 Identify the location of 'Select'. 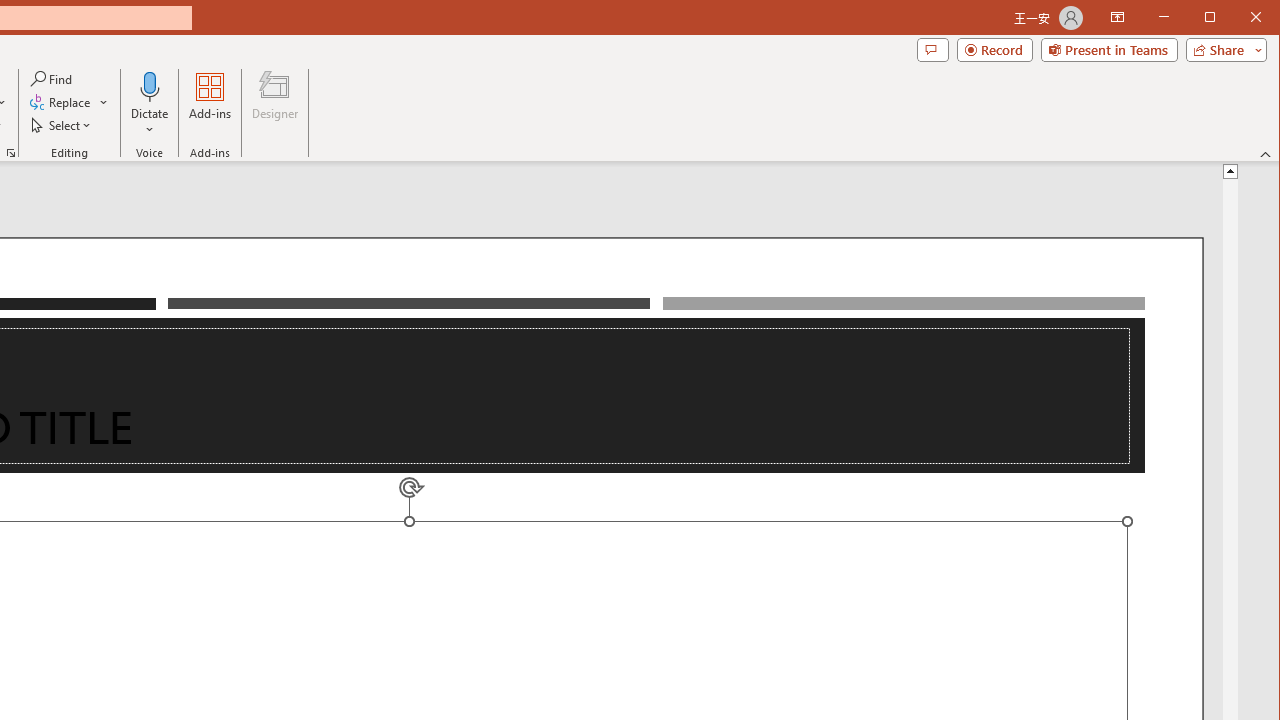
(62, 125).